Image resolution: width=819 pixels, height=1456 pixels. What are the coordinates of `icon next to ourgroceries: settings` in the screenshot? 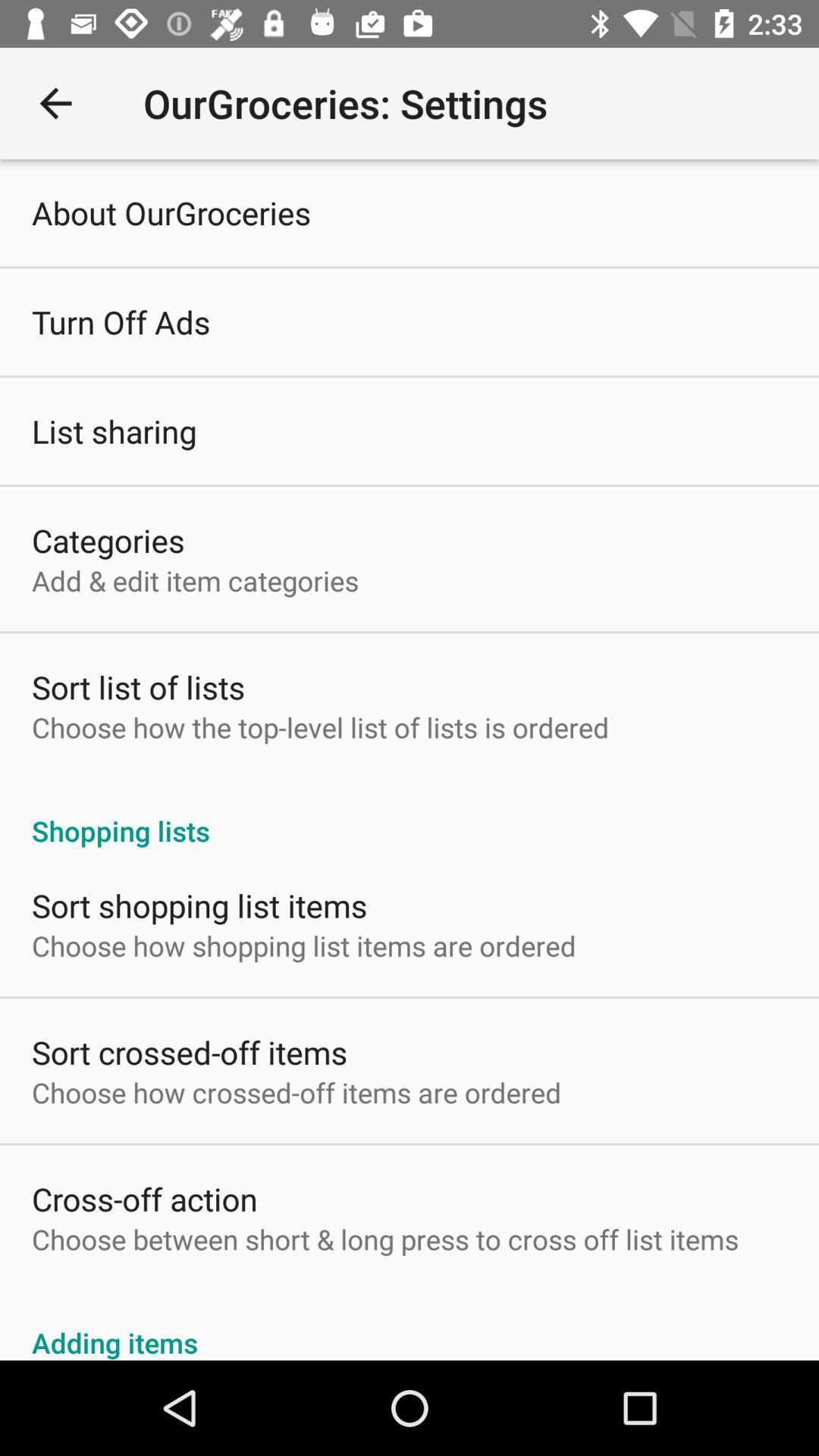 It's located at (55, 102).